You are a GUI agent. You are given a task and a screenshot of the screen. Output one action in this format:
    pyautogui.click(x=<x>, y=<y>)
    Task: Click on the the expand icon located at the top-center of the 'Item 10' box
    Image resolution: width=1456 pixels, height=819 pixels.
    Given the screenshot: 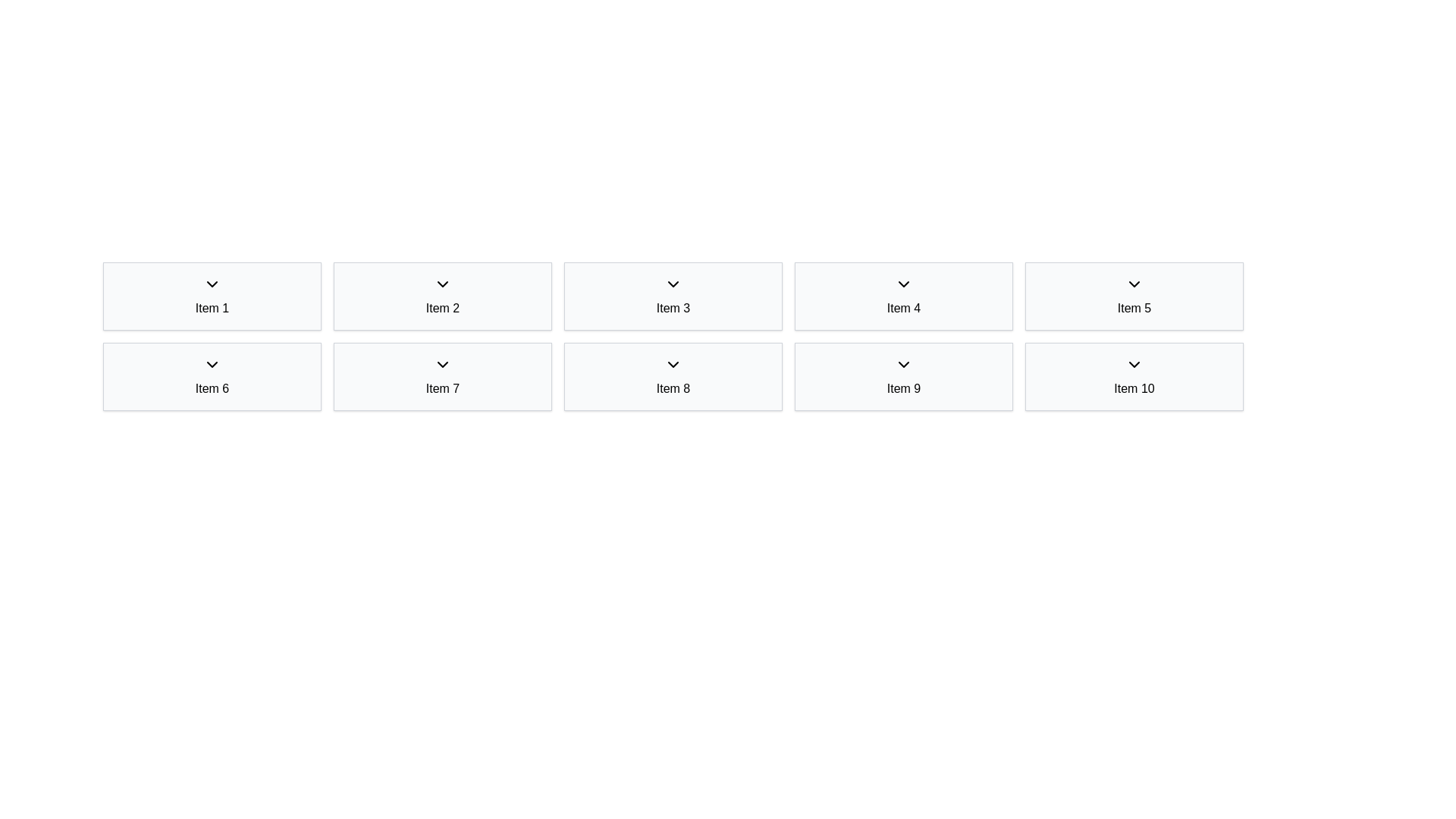 What is the action you would take?
    pyautogui.click(x=1134, y=365)
    